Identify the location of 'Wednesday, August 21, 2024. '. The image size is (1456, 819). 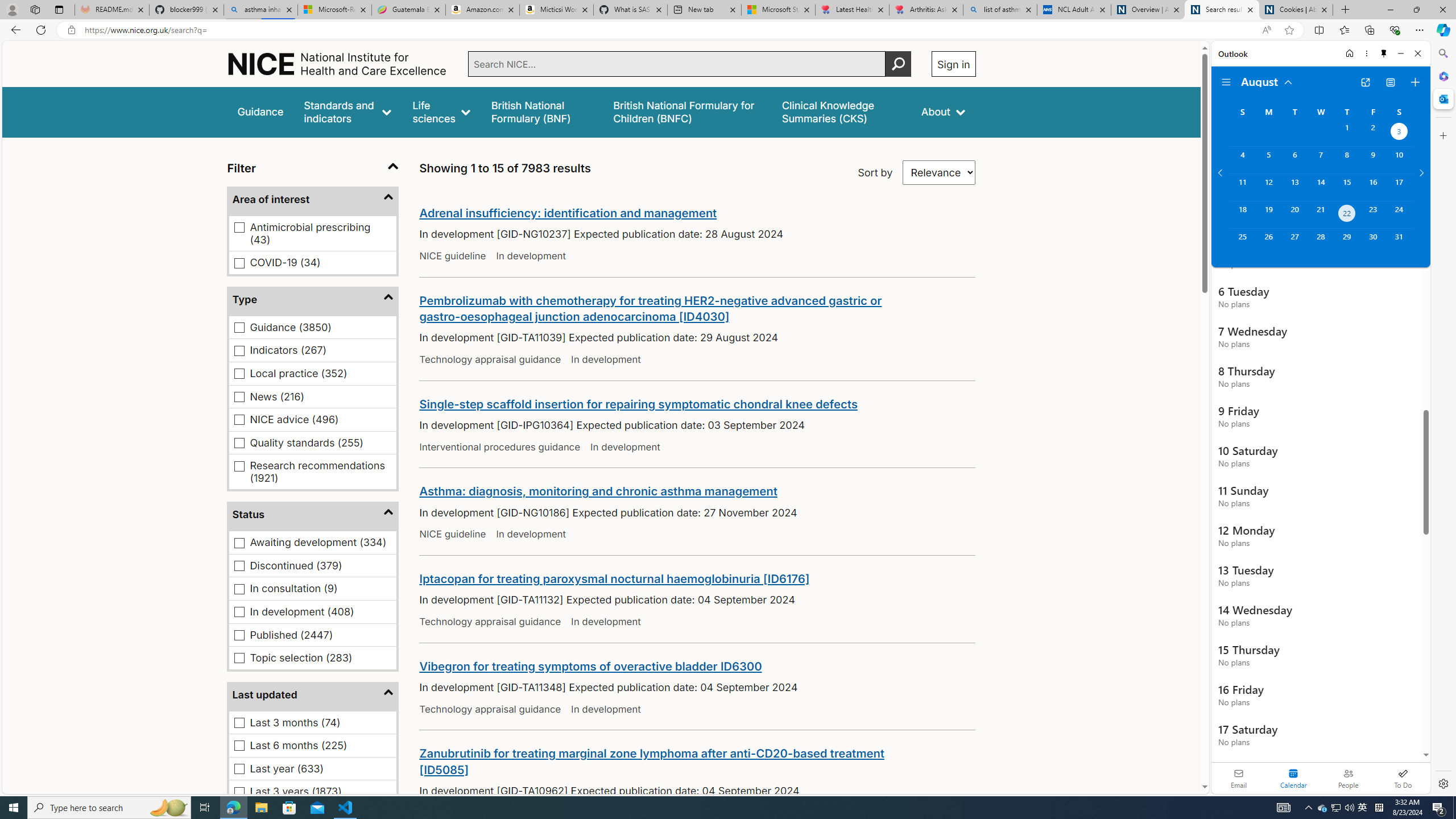
(1319, 214).